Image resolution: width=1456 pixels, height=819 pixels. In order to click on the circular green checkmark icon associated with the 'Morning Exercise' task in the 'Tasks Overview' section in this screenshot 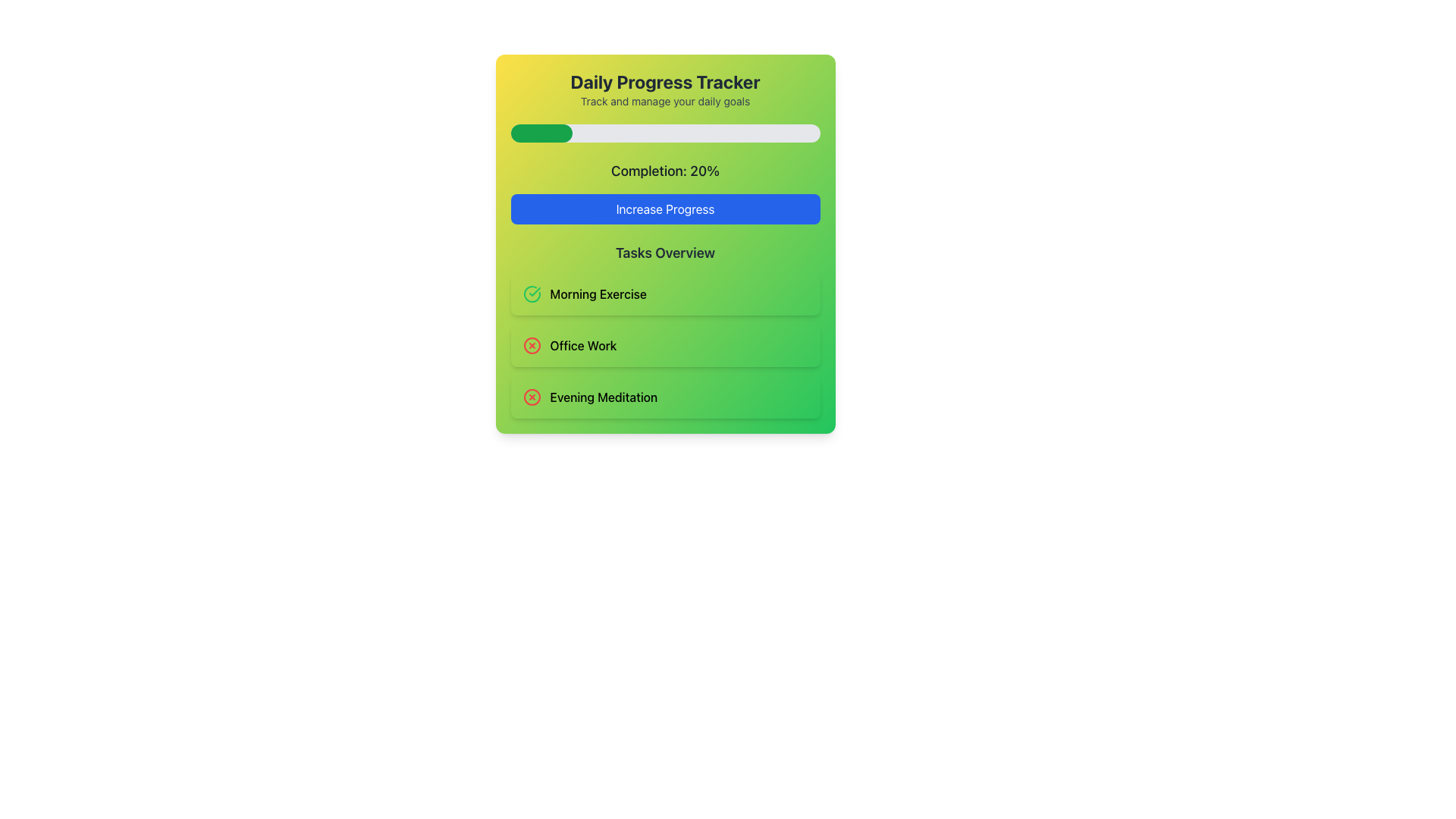, I will do `click(532, 294)`.